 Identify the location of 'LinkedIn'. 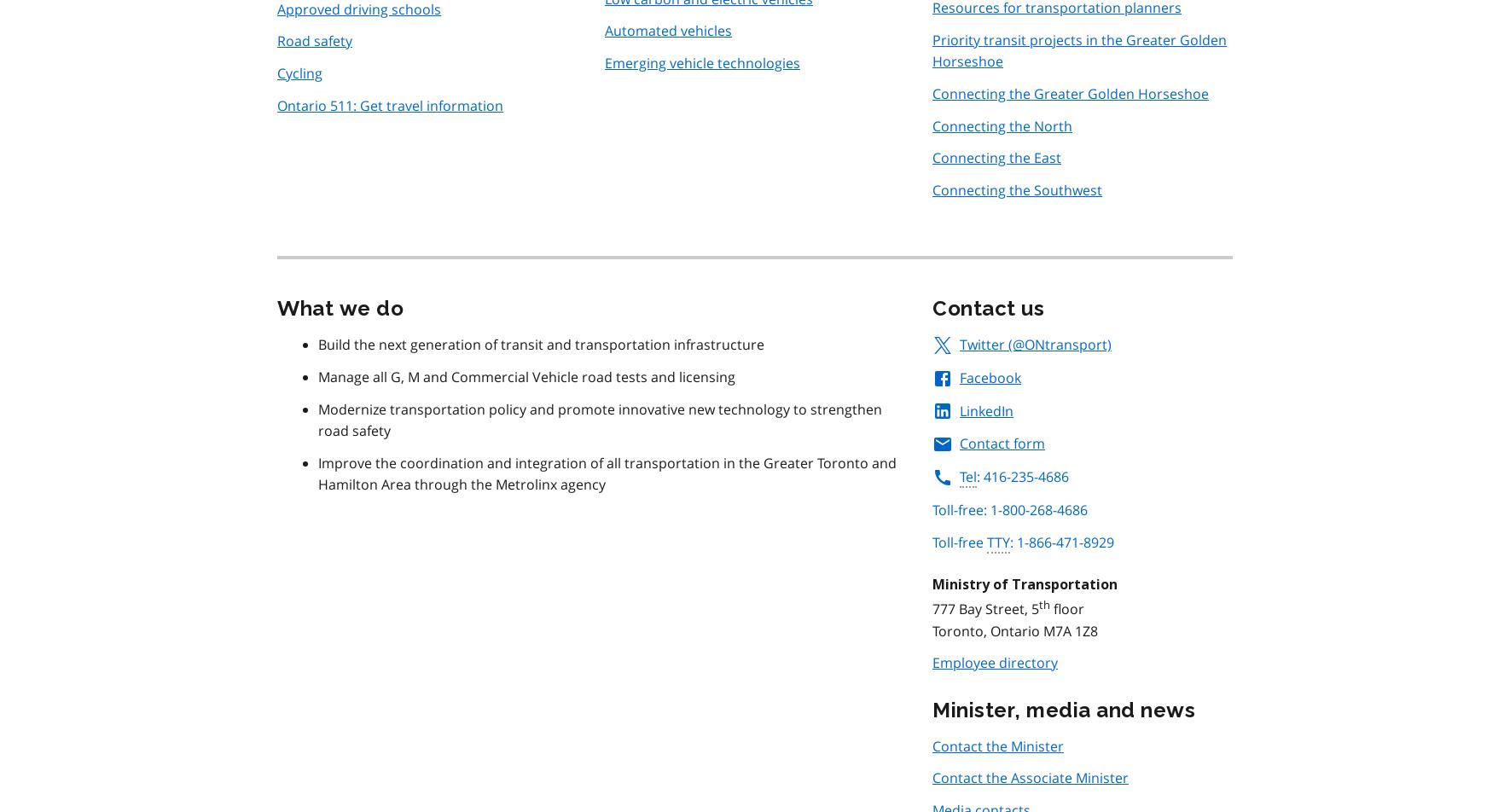
(986, 410).